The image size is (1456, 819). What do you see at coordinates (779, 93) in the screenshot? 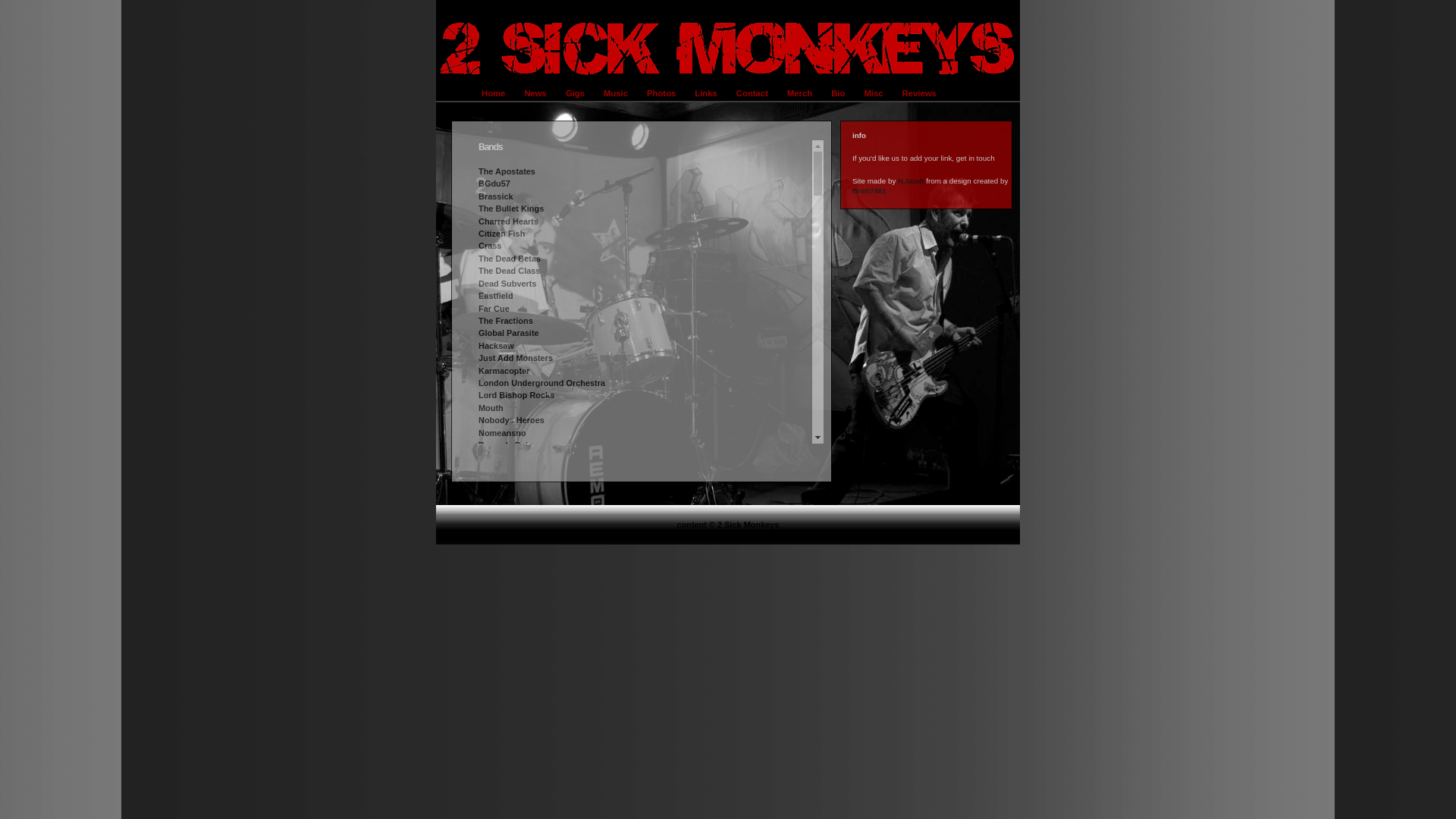
I see `'Merch'` at bounding box center [779, 93].